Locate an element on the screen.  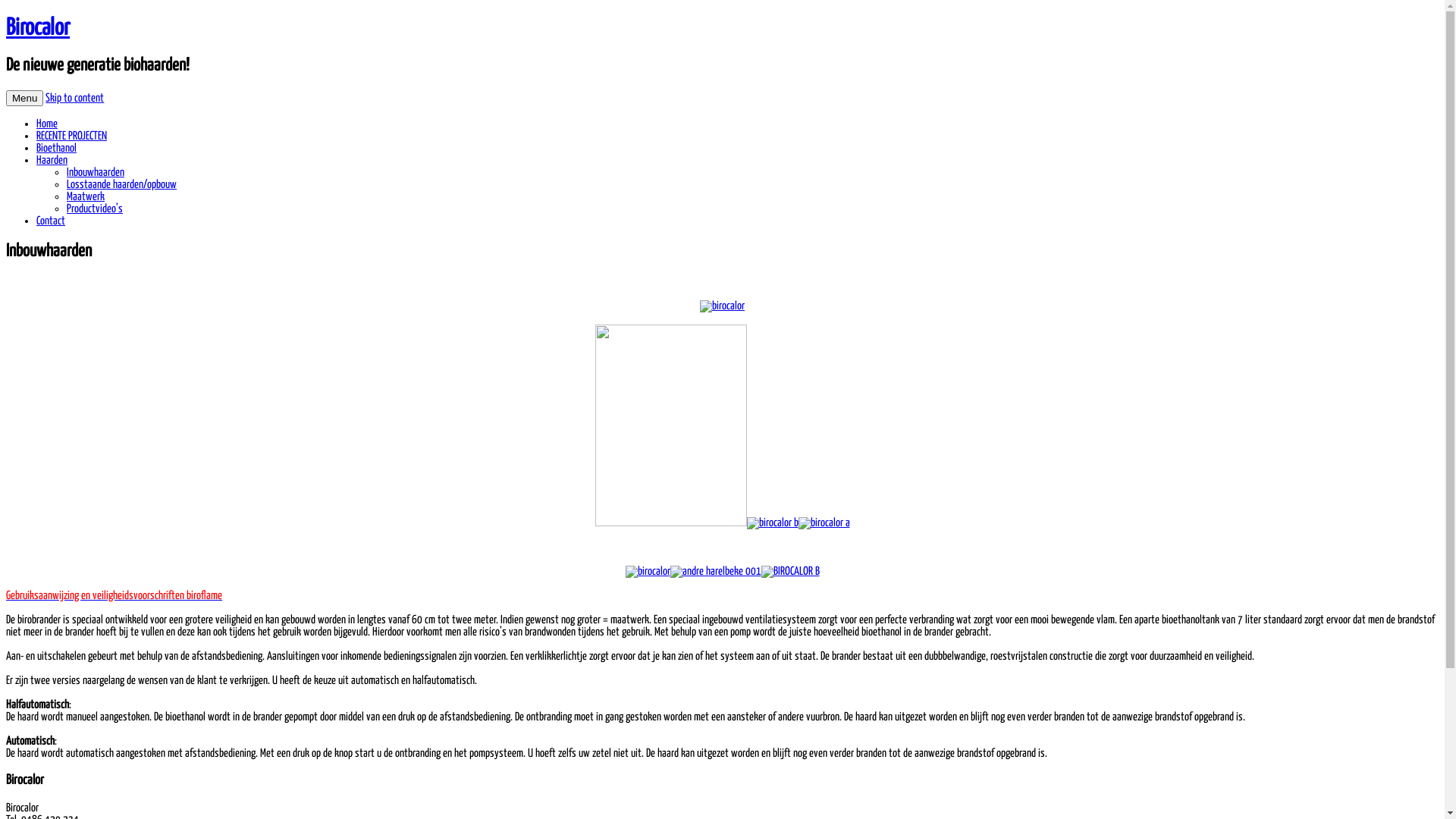
'Maatwerk' is located at coordinates (85, 196).